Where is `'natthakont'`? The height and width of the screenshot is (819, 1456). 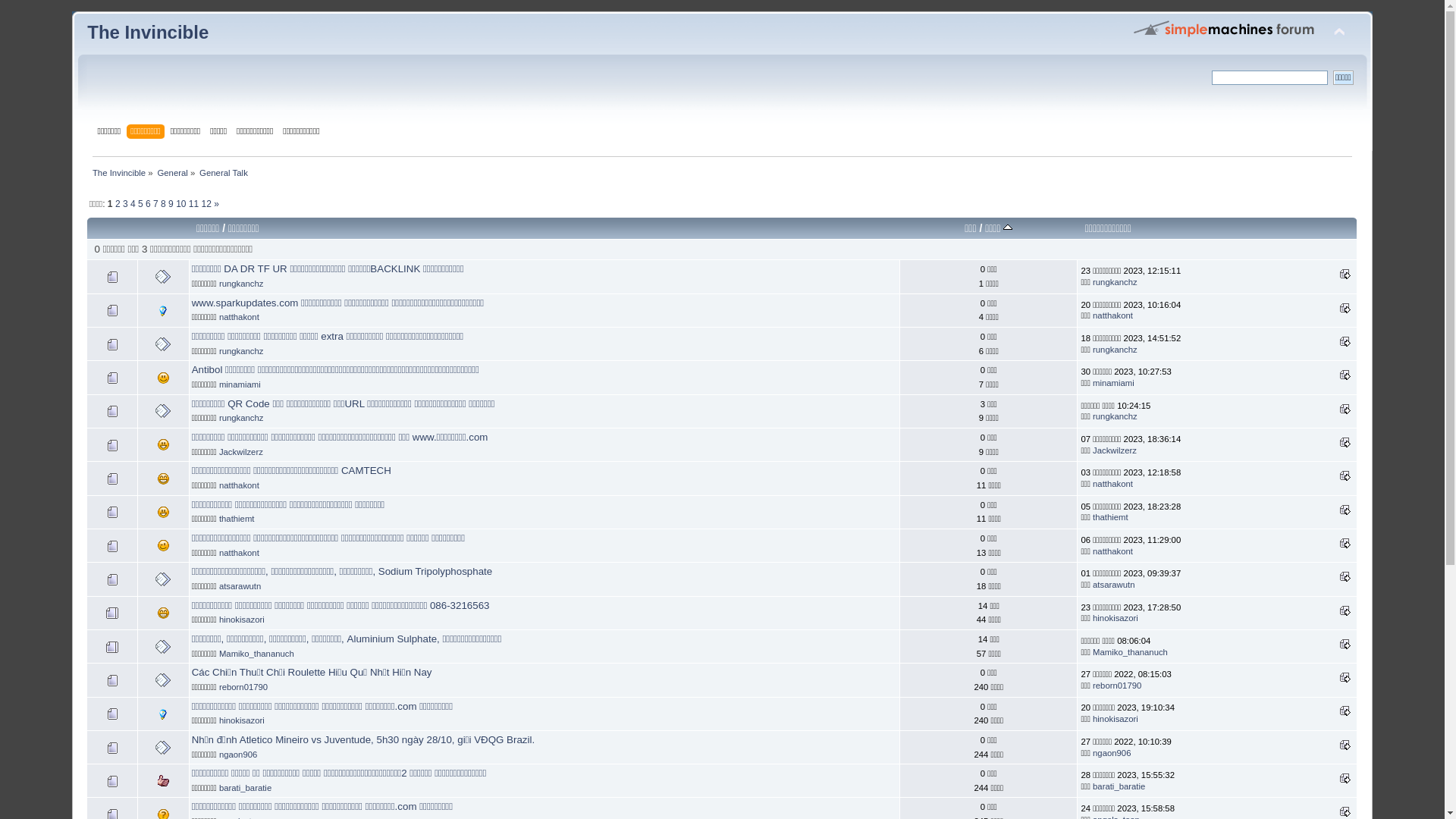 'natthakont' is located at coordinates (238, 315).